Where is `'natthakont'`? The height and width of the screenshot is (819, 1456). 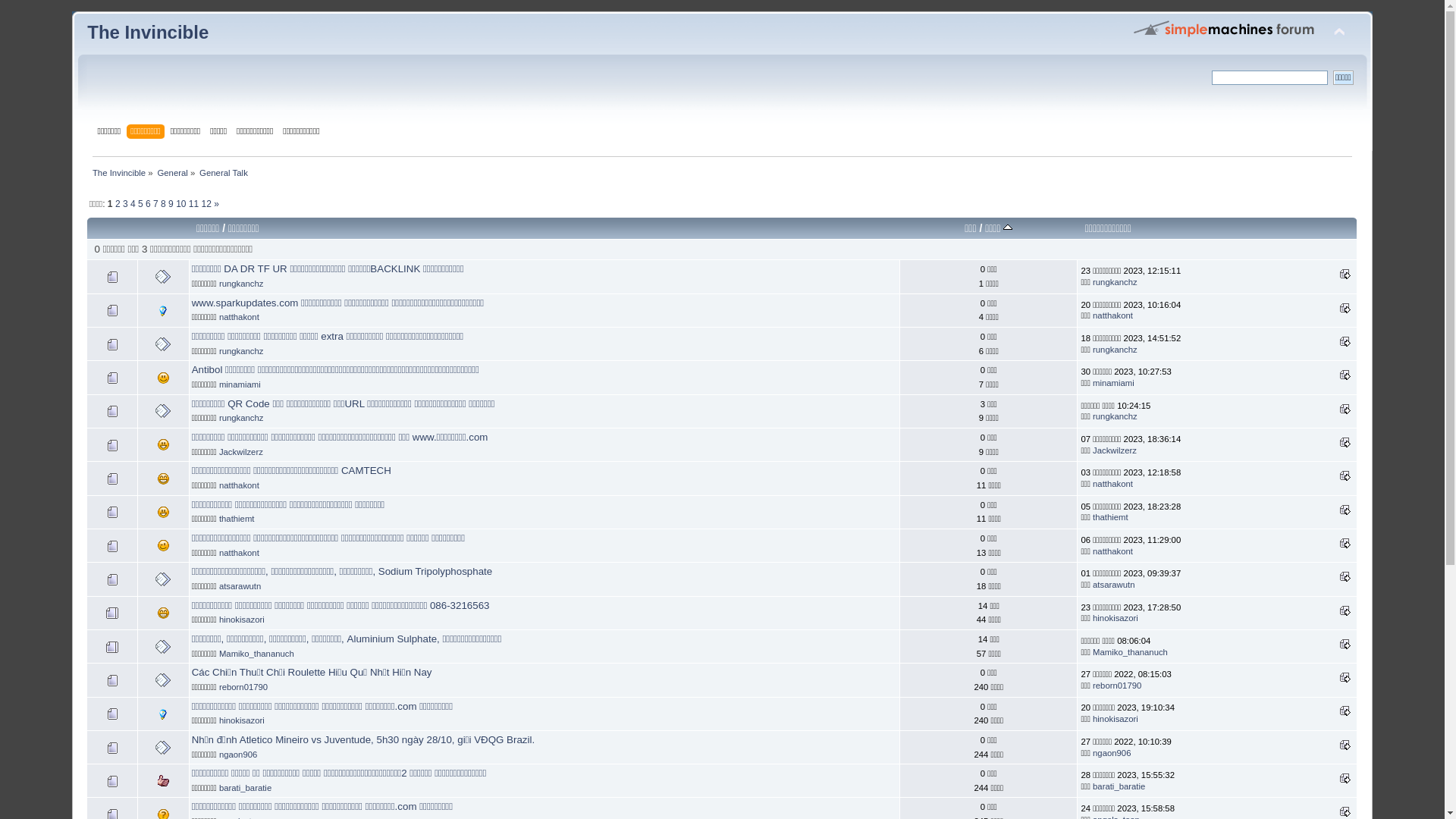 'natthakont' is located at coordinates (238, 315).